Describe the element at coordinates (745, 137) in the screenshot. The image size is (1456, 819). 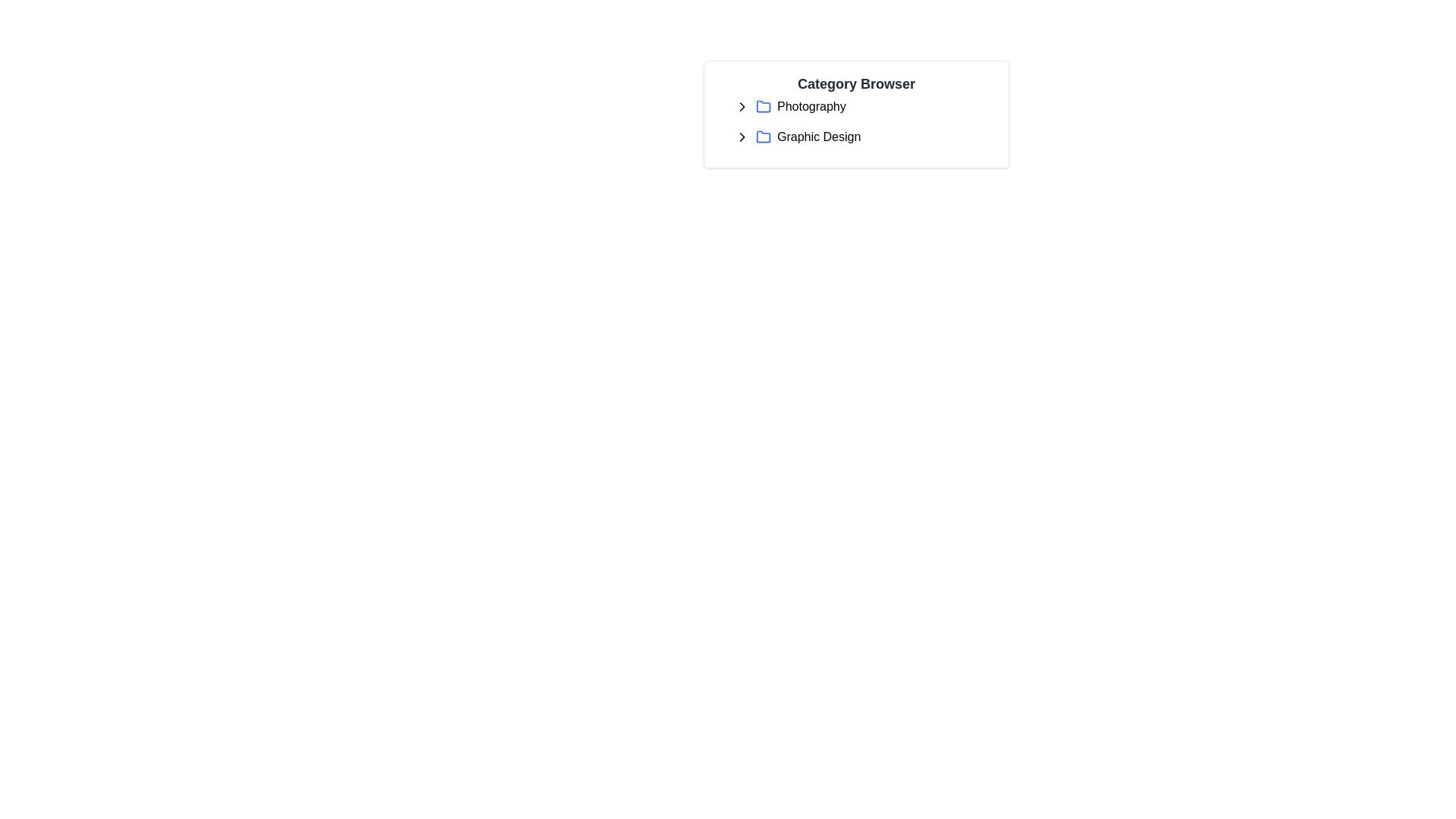
I see `the right-pointing chevron icon located to the left of the 'Graphic Design' text in the Category Browser panel` at that location.